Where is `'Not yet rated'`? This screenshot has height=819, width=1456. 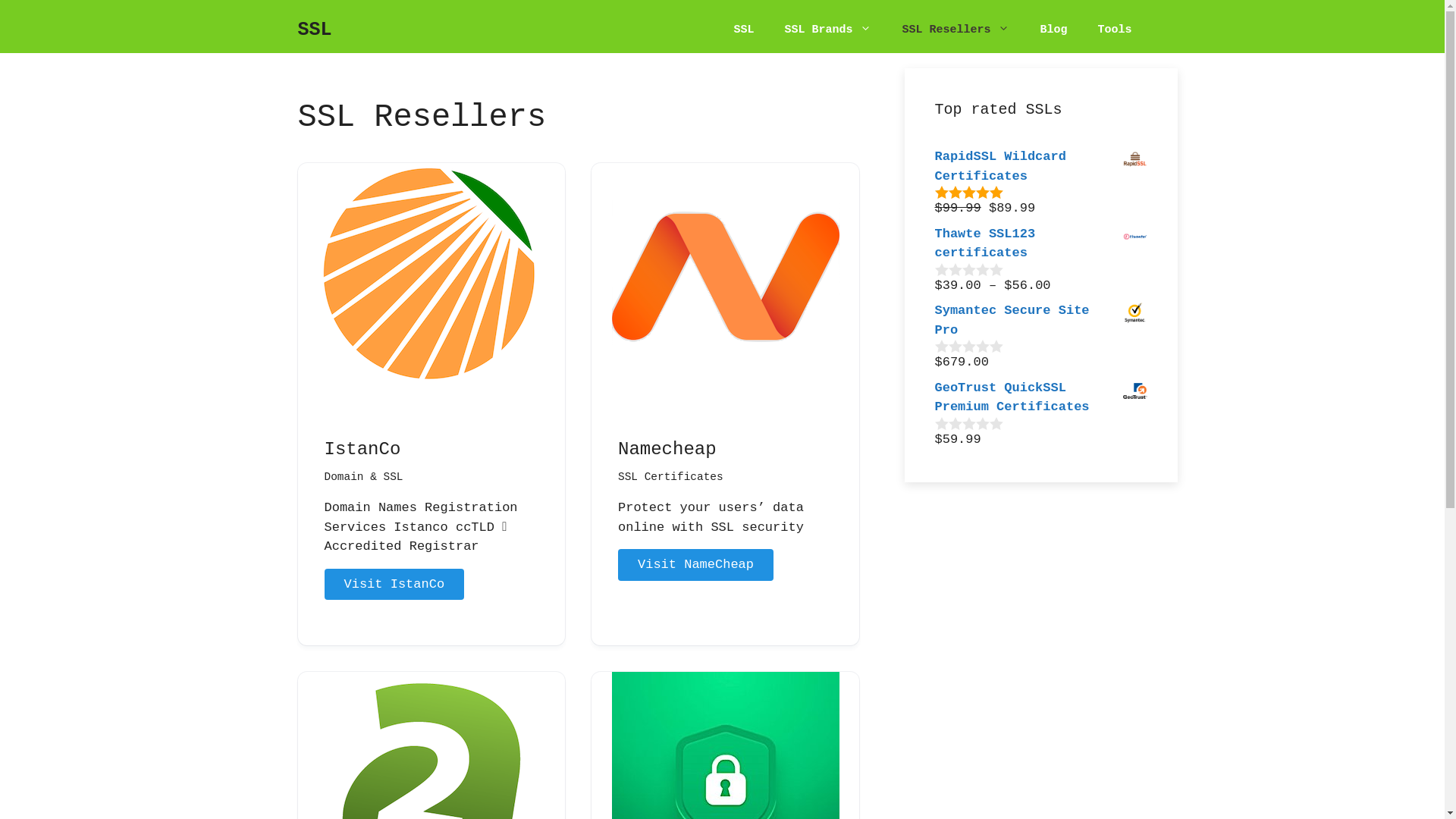 'Not yet rated' is located at coordinates (968, 268).